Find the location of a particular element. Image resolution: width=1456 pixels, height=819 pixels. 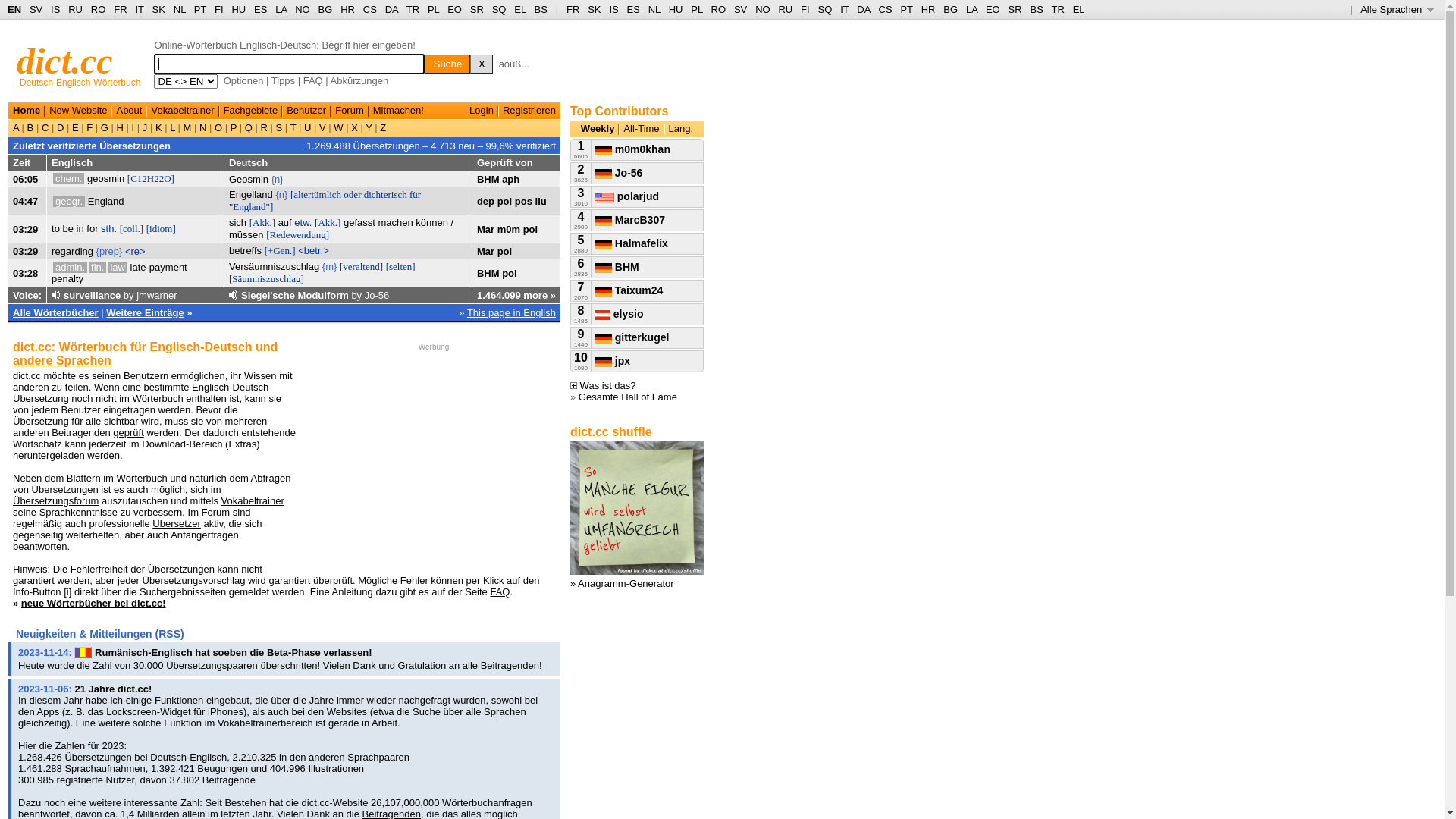

'Taixum24' is located at coordinates (595, 290).